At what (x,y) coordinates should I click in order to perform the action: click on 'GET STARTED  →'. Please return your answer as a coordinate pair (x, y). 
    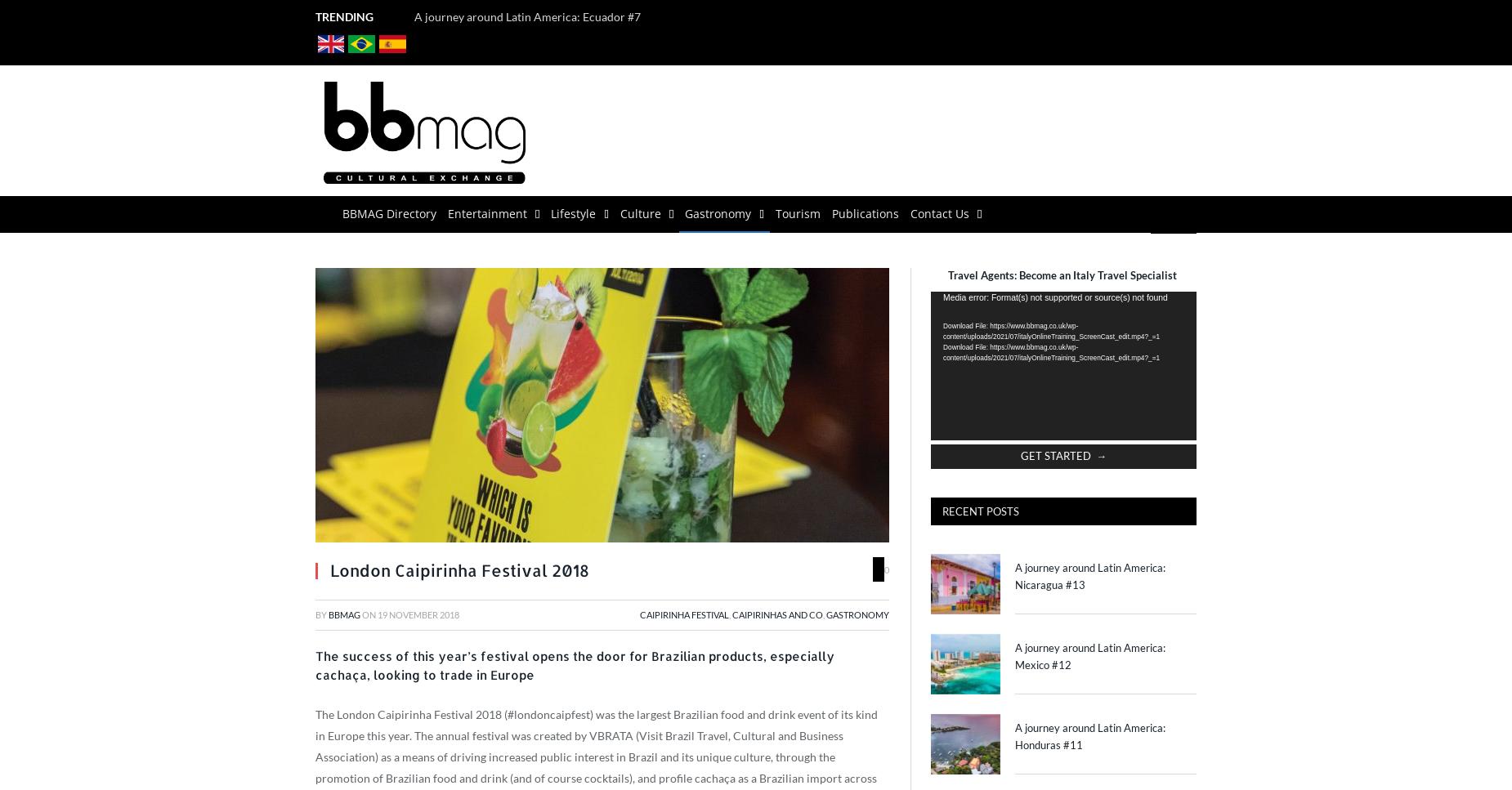
    Looking at the image, I should click on (1062, 455).